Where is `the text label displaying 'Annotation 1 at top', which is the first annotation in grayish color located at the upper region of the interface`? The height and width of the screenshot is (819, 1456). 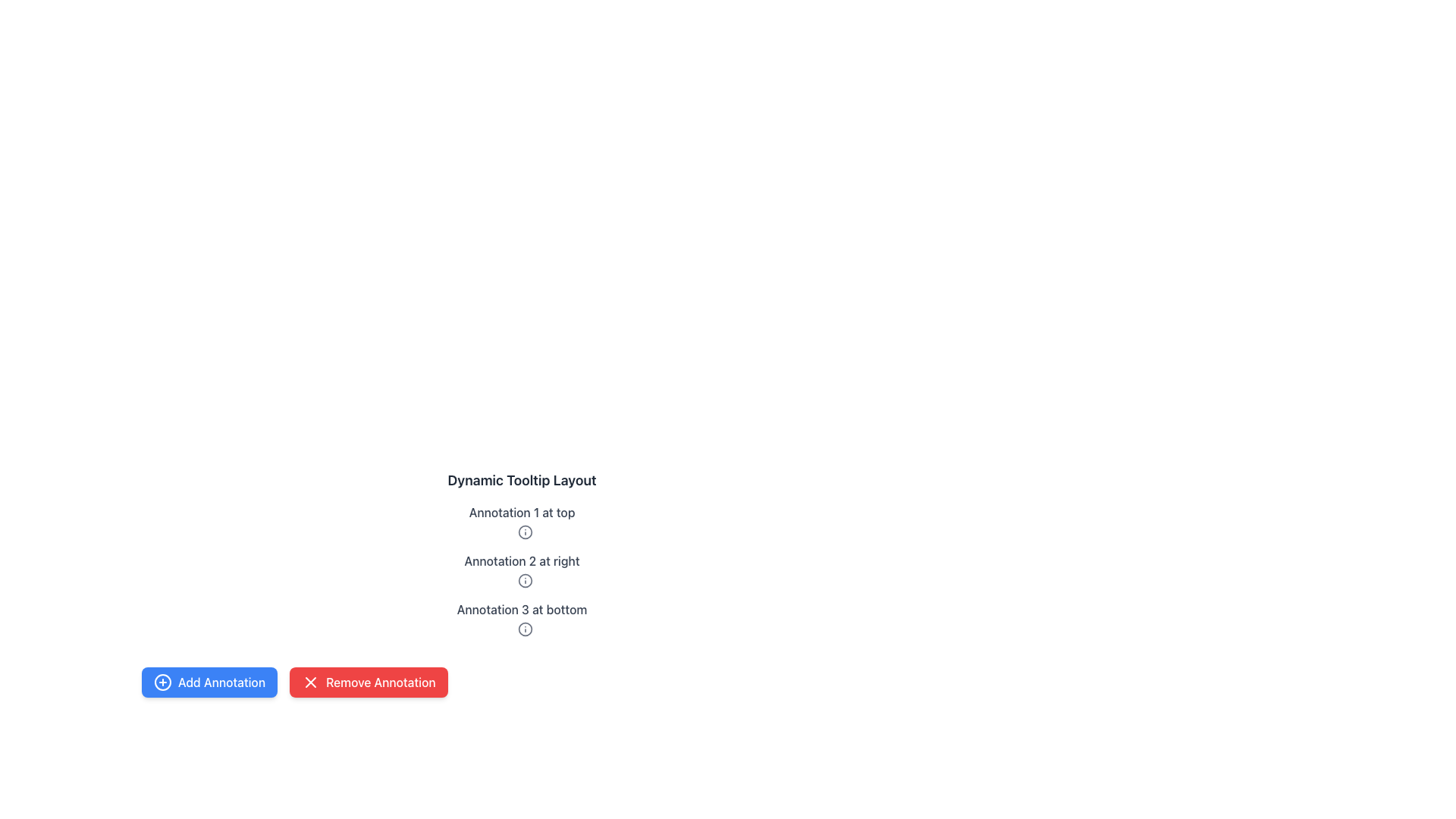
the text label displaying 'Annotation 1 at top', which is the first annotation in grayish color located at the upper region of the interface is located at coordinates (522, 512).